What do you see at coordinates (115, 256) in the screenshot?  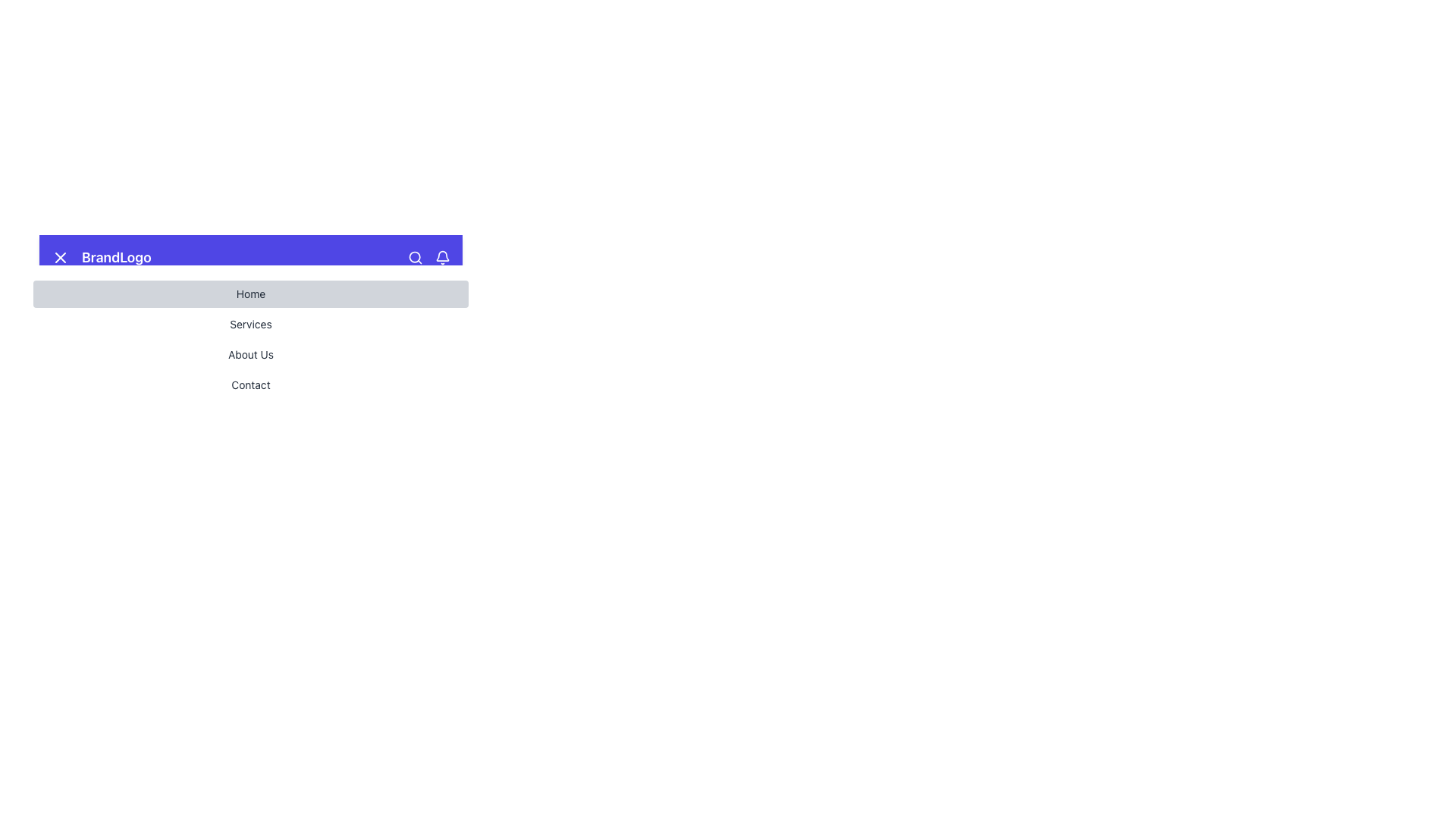 I see `the static text displaying 'BrandLogo' in bold white font, located within the purple header bar, situated centrally in the left half of the header` at bounding box center [115, 256].